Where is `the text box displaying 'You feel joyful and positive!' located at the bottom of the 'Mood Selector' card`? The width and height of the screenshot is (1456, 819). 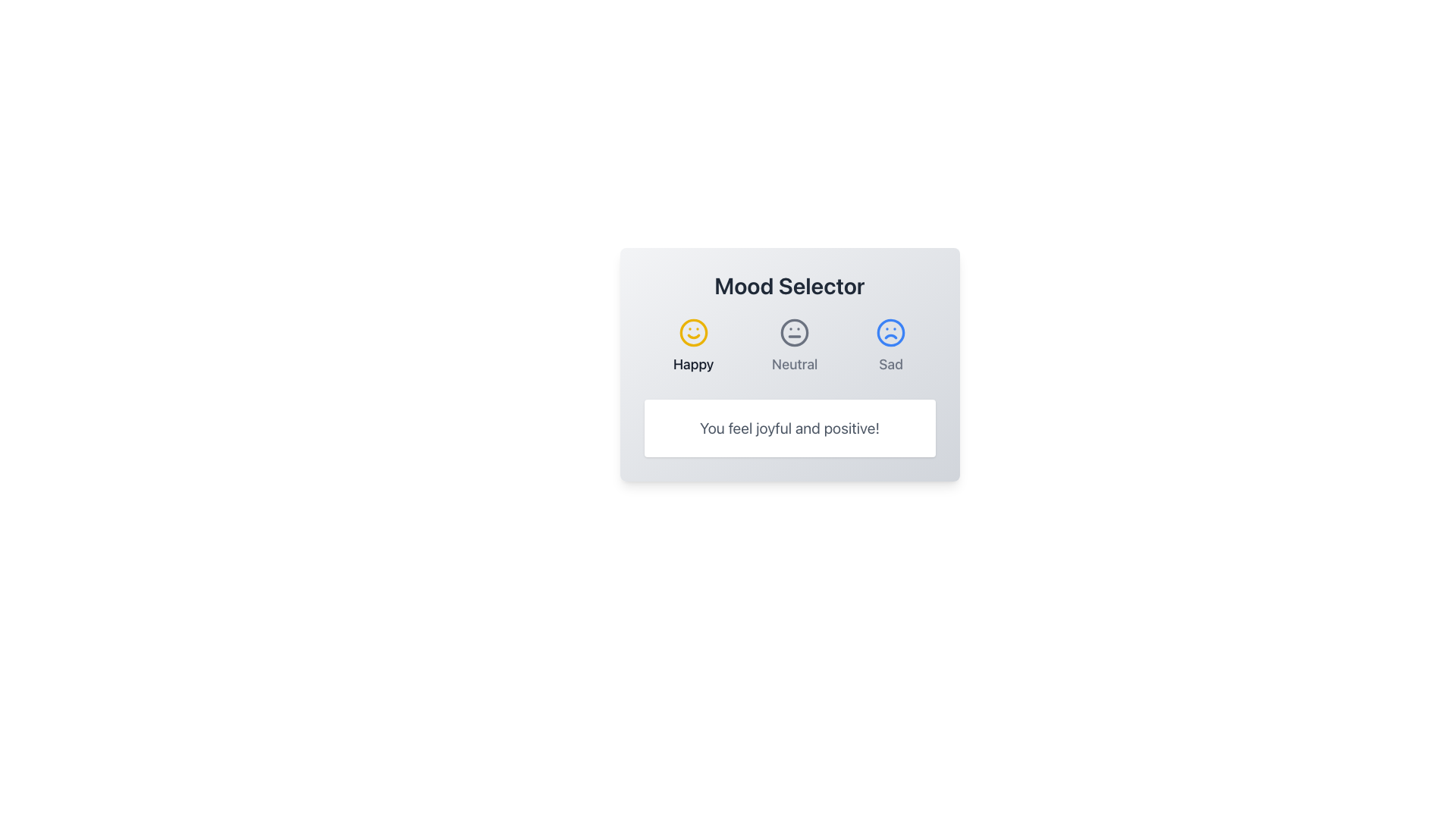 the text box displaying 'You feel joyful and positive!' located at the bottom of the 'Mood Selector' card is located at coordinates (789, 428).